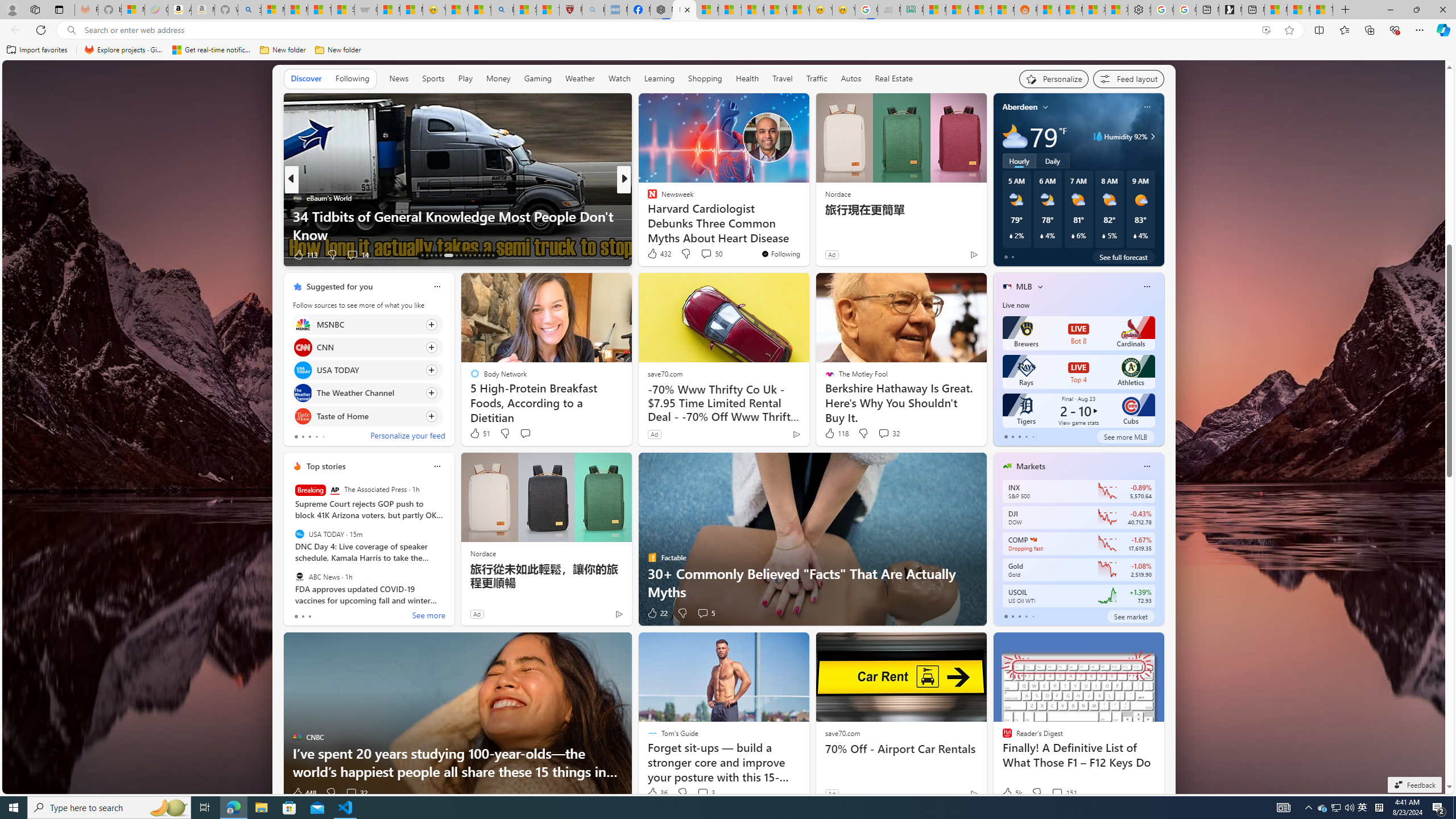  I want to click on 'View comments 151 Comment', so click(1064, 792).